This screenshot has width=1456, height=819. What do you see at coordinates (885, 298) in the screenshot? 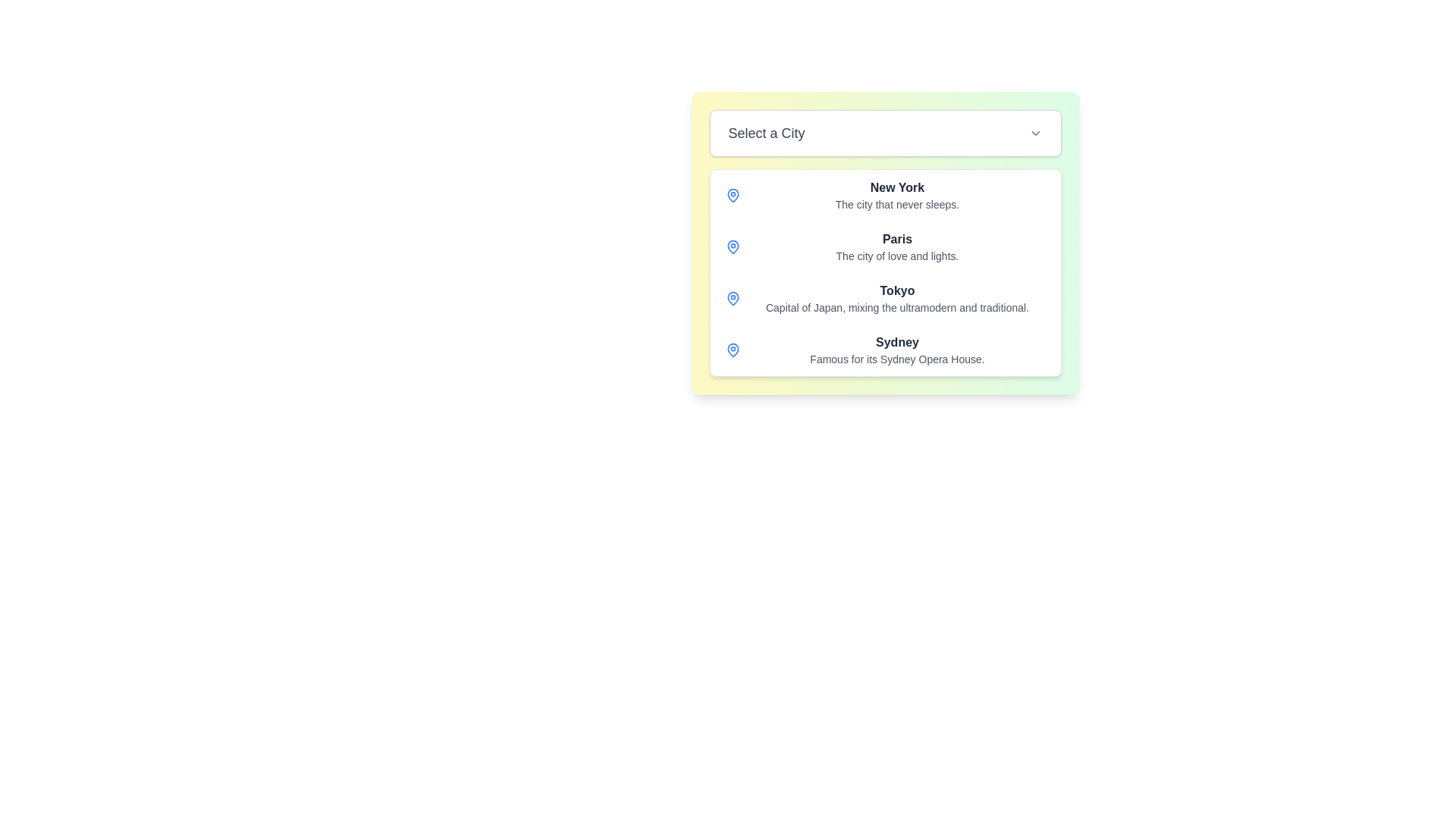
I see `the third entry in the vertical list representing the city Tokyo` at bounding box center [885, 298].